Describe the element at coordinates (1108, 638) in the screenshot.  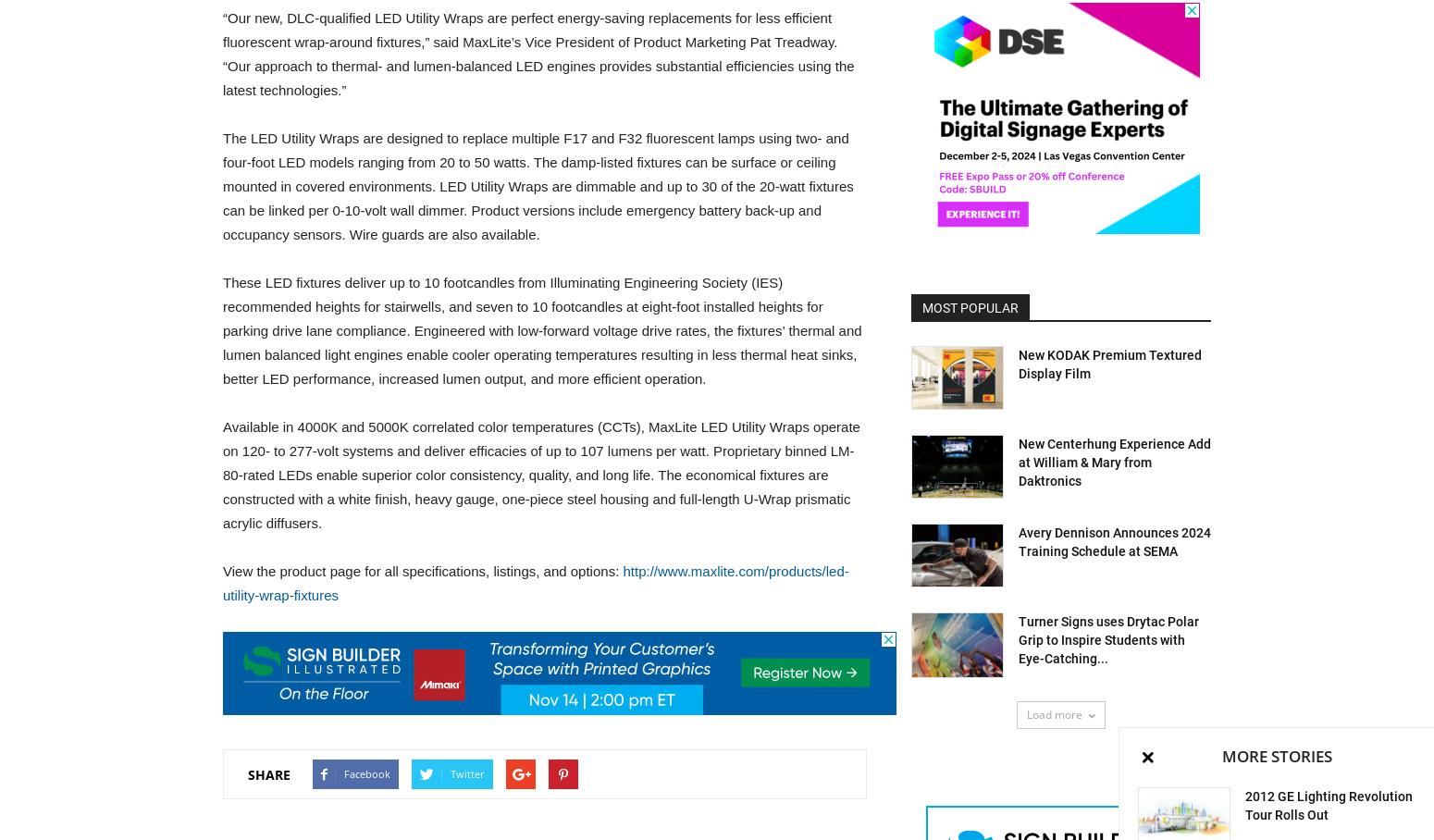
I see `'Turner Signs uses Drytac Polar Grip to Inspire Students with Eye-Catching...'` at that location.